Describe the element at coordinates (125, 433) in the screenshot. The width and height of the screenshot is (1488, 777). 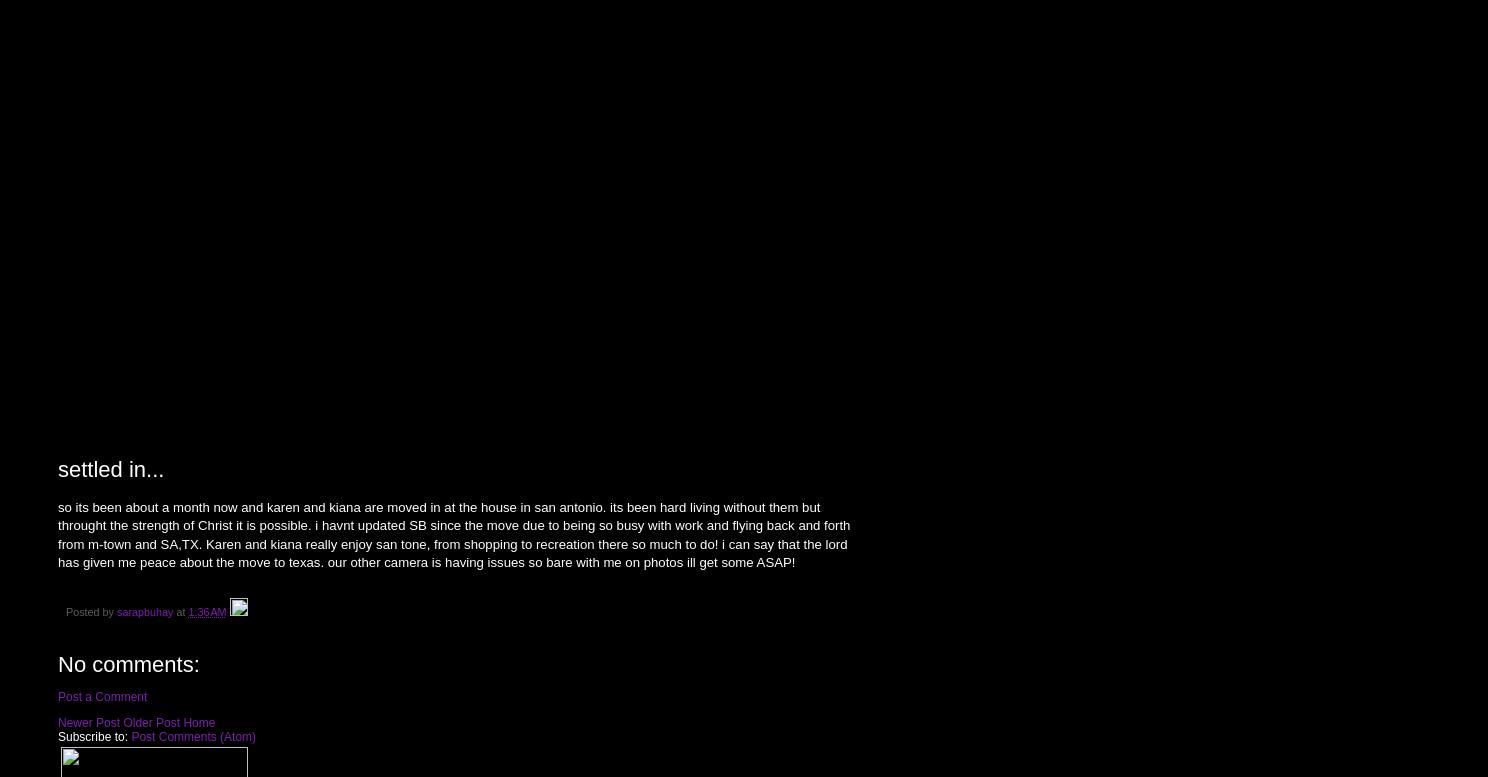
I see `'Saturday, April 7, 2007'` at that location.